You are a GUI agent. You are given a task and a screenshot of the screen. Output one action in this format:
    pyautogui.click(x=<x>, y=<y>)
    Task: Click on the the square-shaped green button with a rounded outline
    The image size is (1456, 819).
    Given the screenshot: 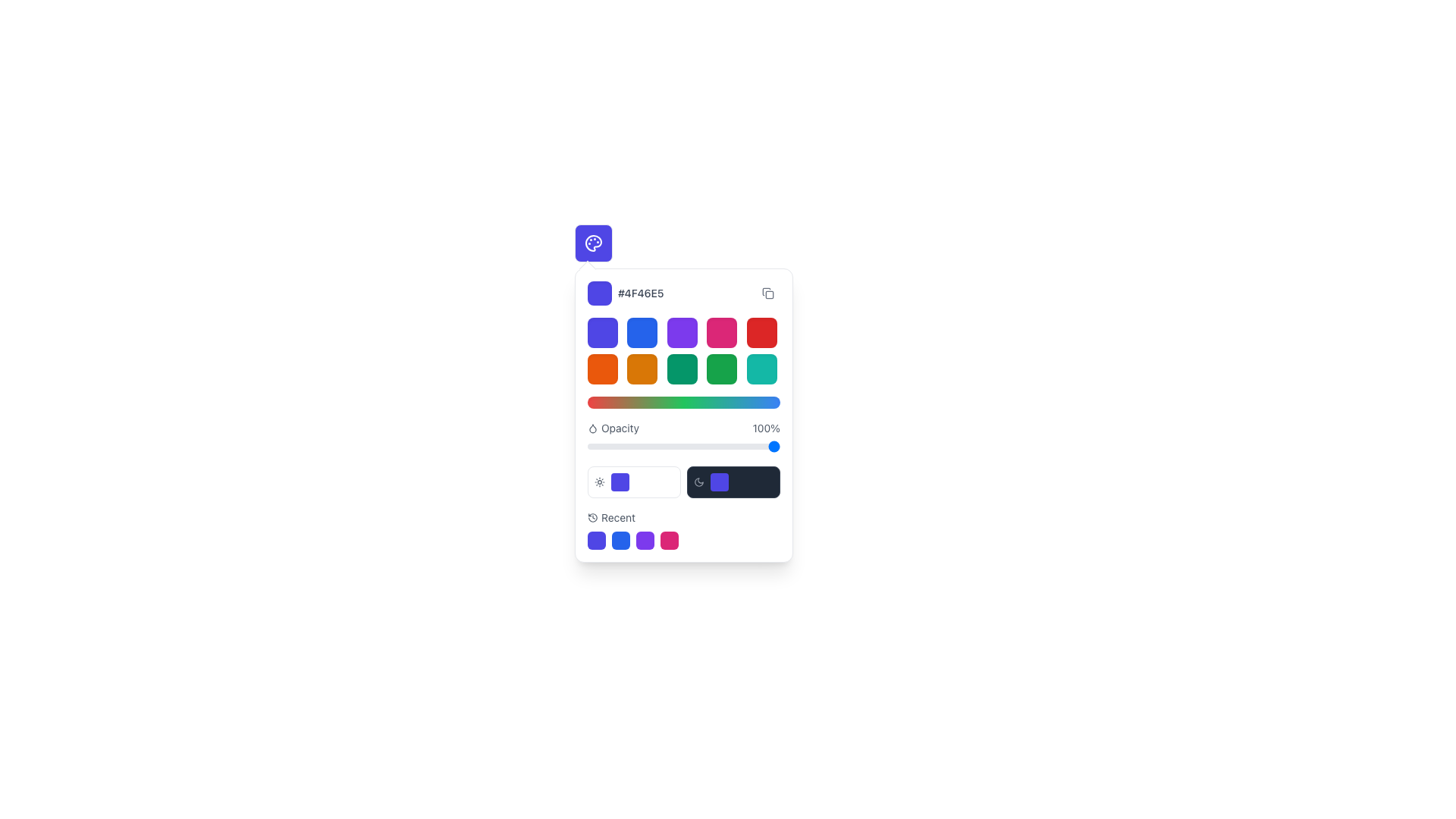 What is the action you would take?
    pyautogui.click(x=721, y=369)
    